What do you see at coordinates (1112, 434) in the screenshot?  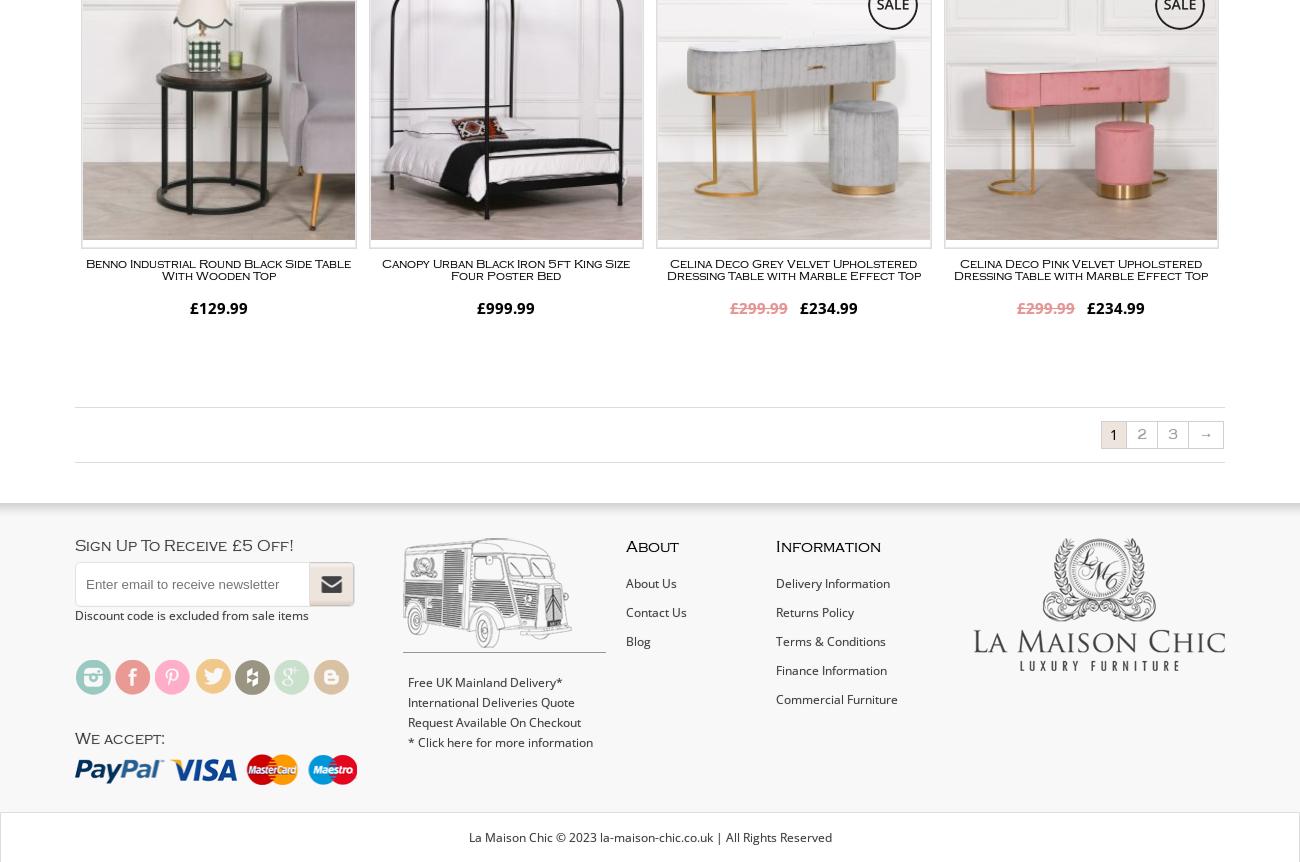 I see `'1'` at bounding box center [1112, 434].